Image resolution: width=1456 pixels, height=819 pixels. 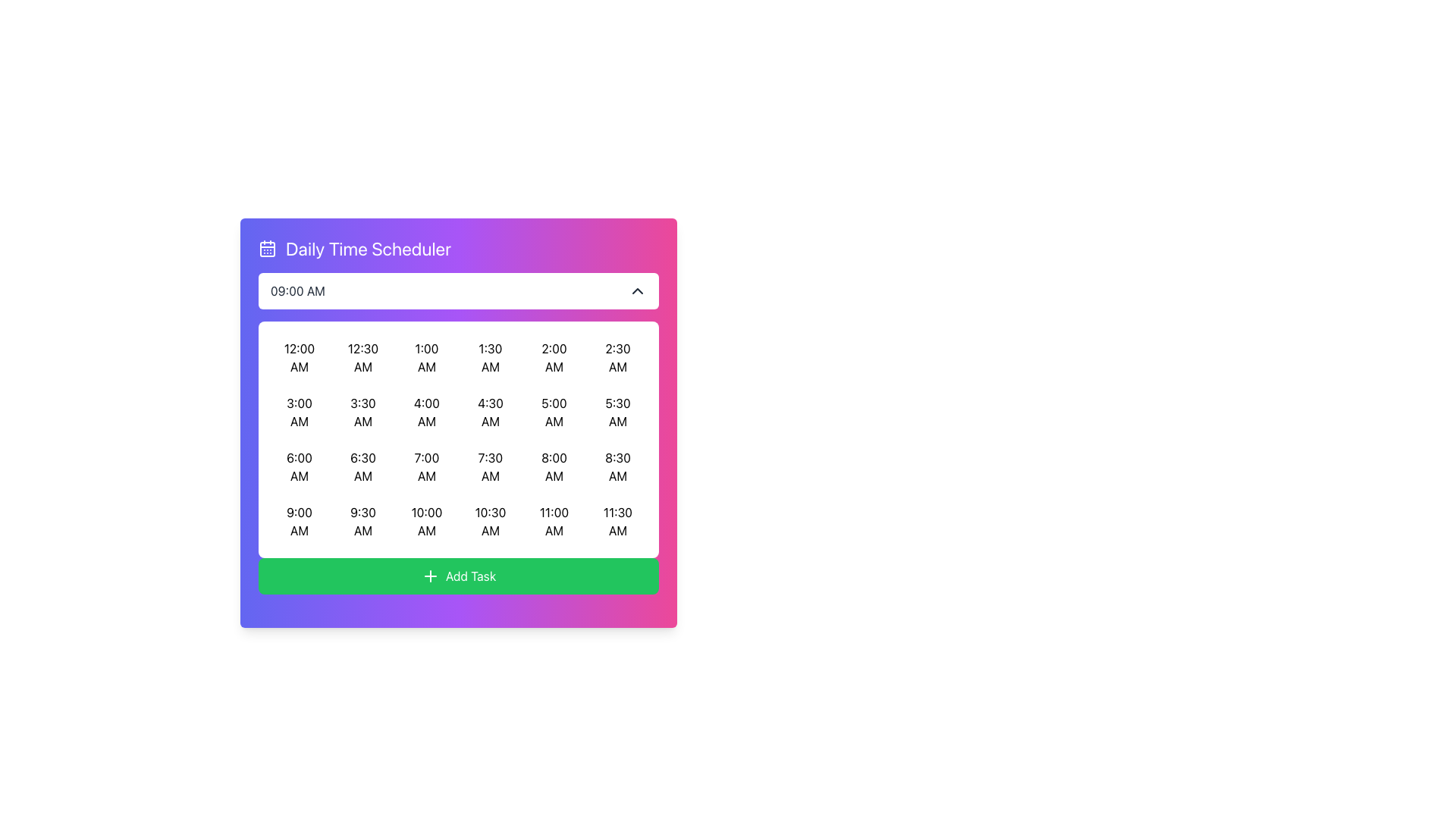 What do you see at coordinates (299, 412) in the screenshot?
I see `the button in the second row, first column of the time slot grid` at bounding box center [299, 412].